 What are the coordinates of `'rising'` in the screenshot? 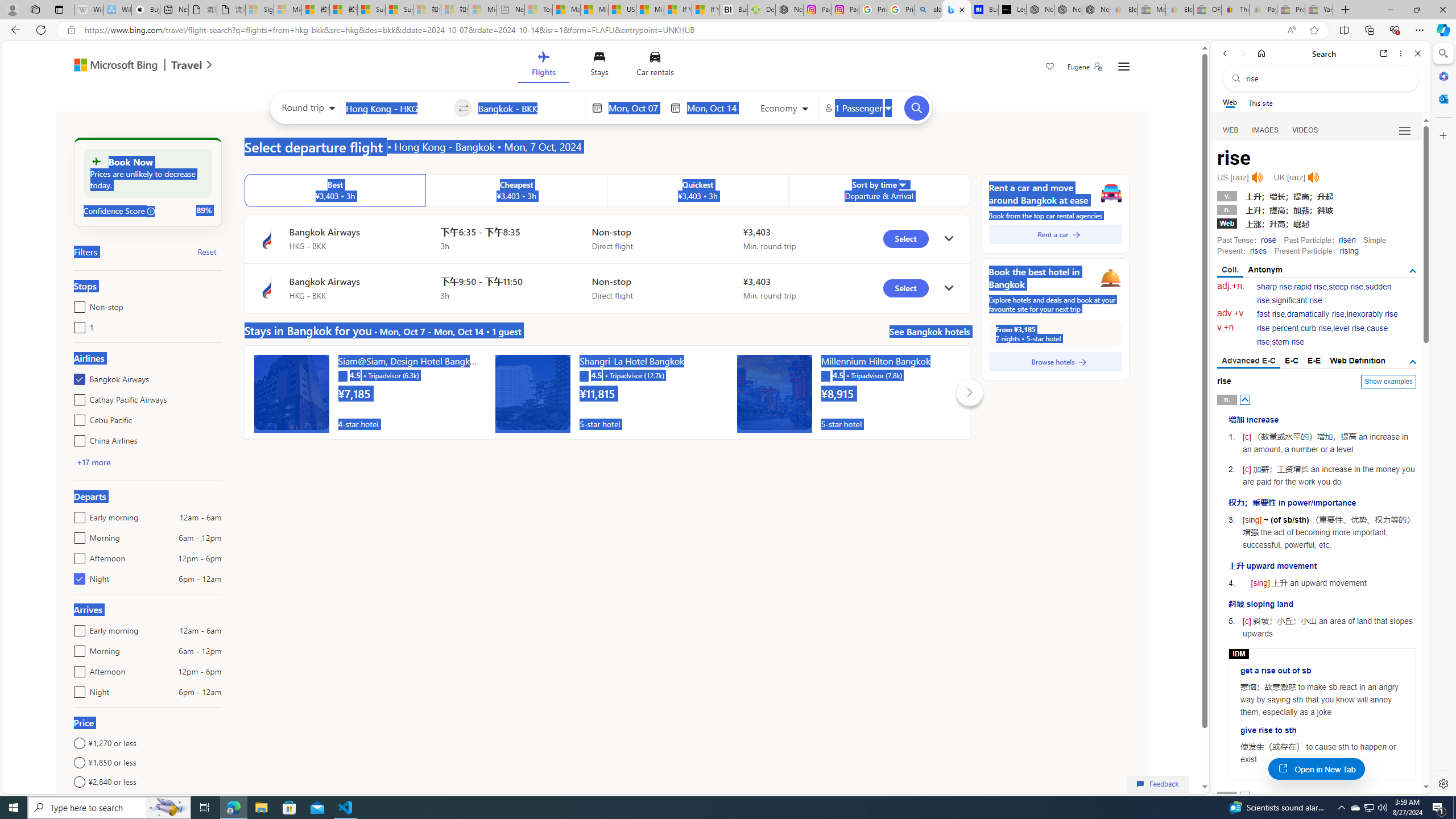 It's located at (1349, 250).